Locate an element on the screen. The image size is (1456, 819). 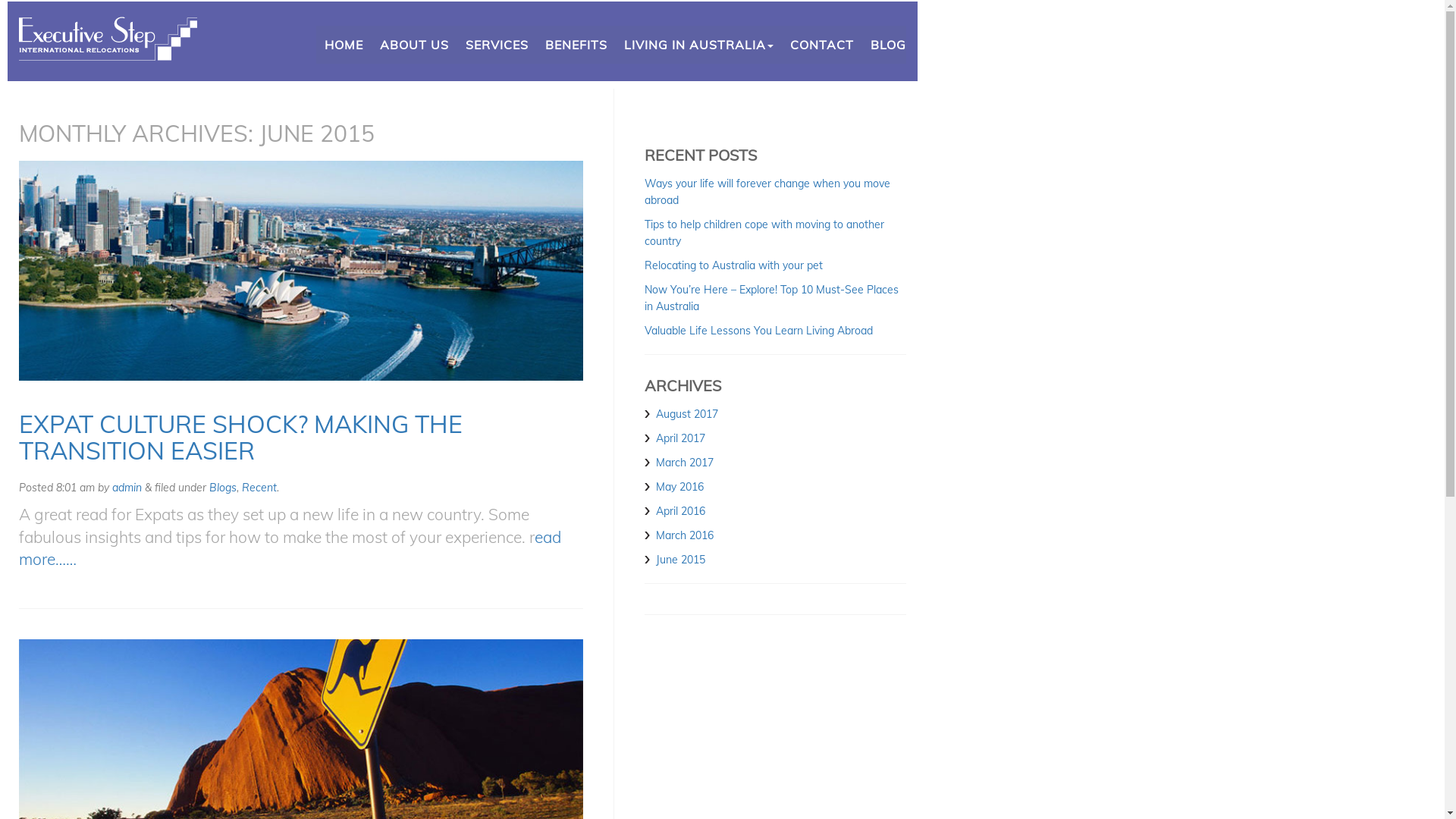
'June 2015' is located at coordinates (679, 559).